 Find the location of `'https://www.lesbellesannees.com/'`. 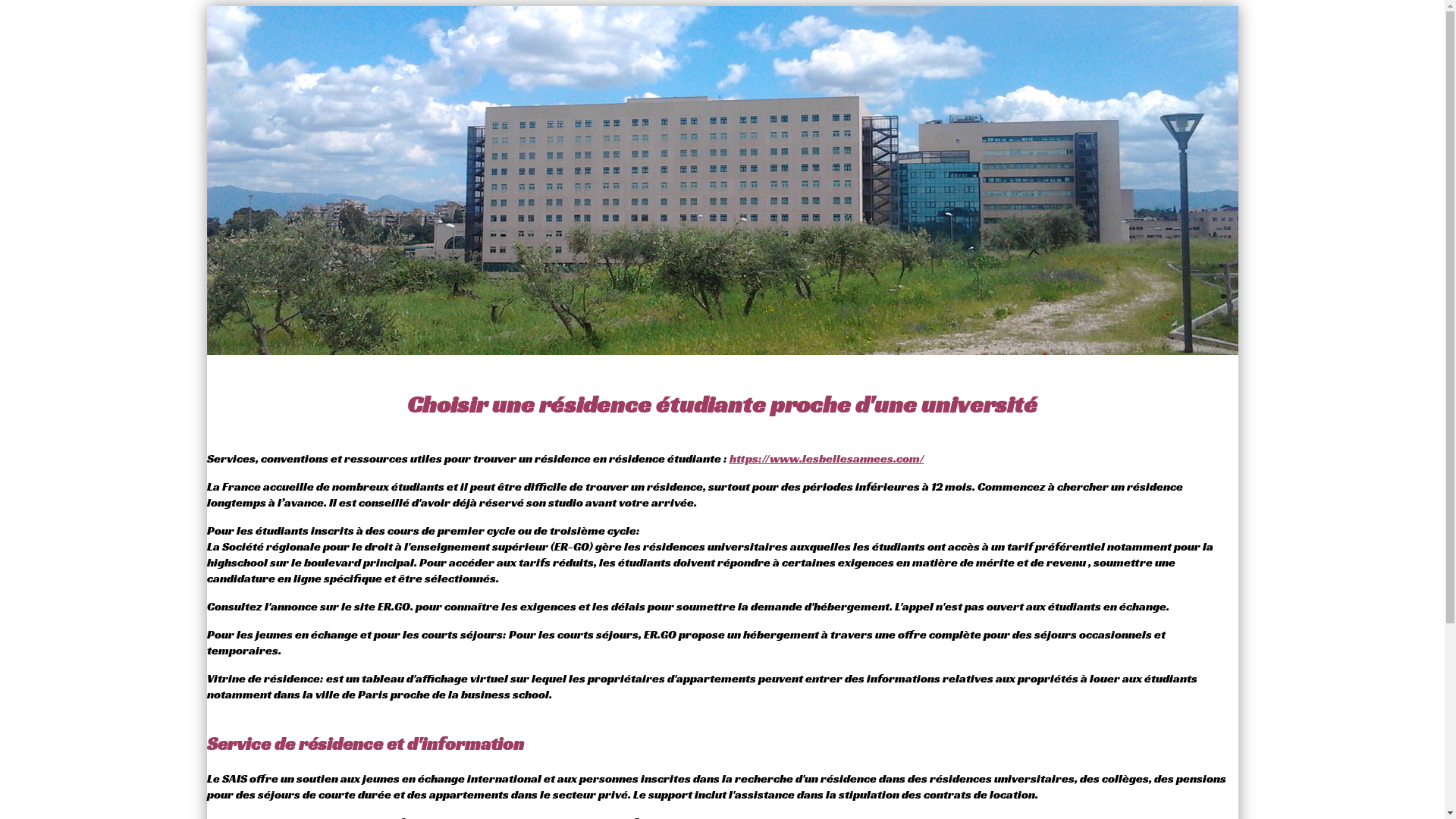

'https://www.lesbellesannees.com/' is located at coordinates (826, 457).